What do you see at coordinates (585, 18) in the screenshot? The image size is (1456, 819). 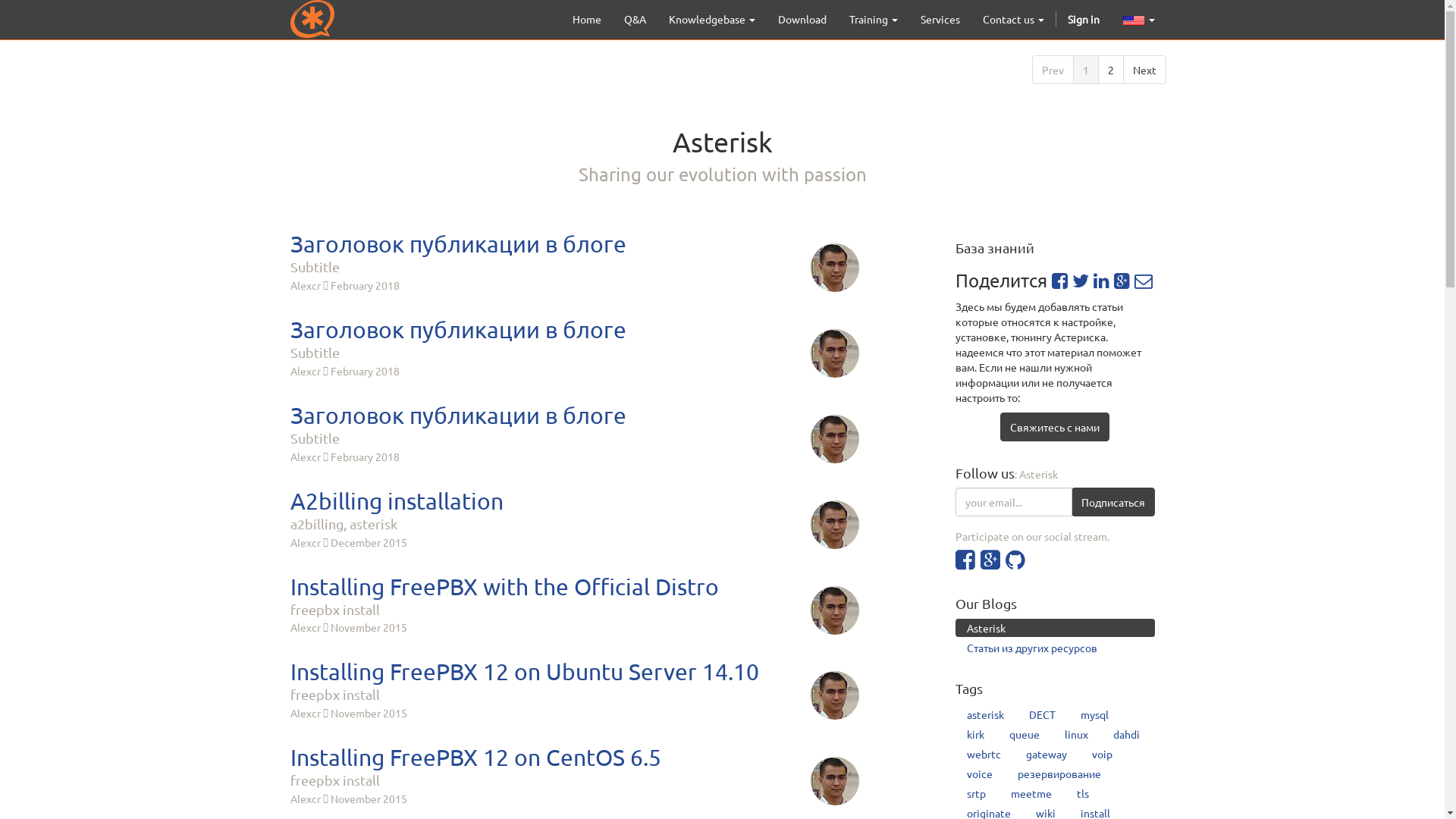 I see `'Home'` at bounding box center [585, 18].